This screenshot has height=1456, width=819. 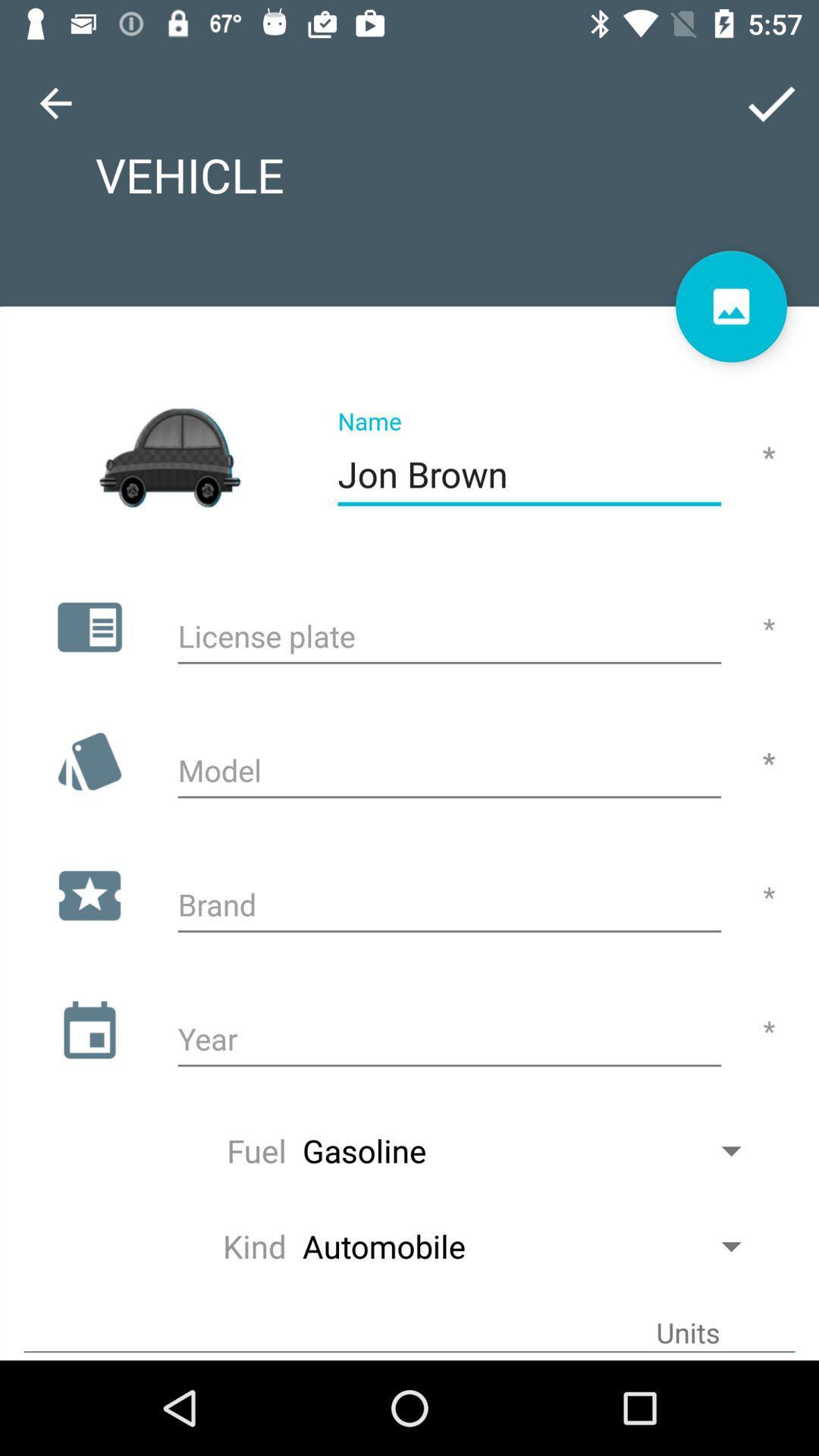 What do you see at coordinates (730, 306) in the screenshot?
I see `share the article` at bounding box center [730, 306].